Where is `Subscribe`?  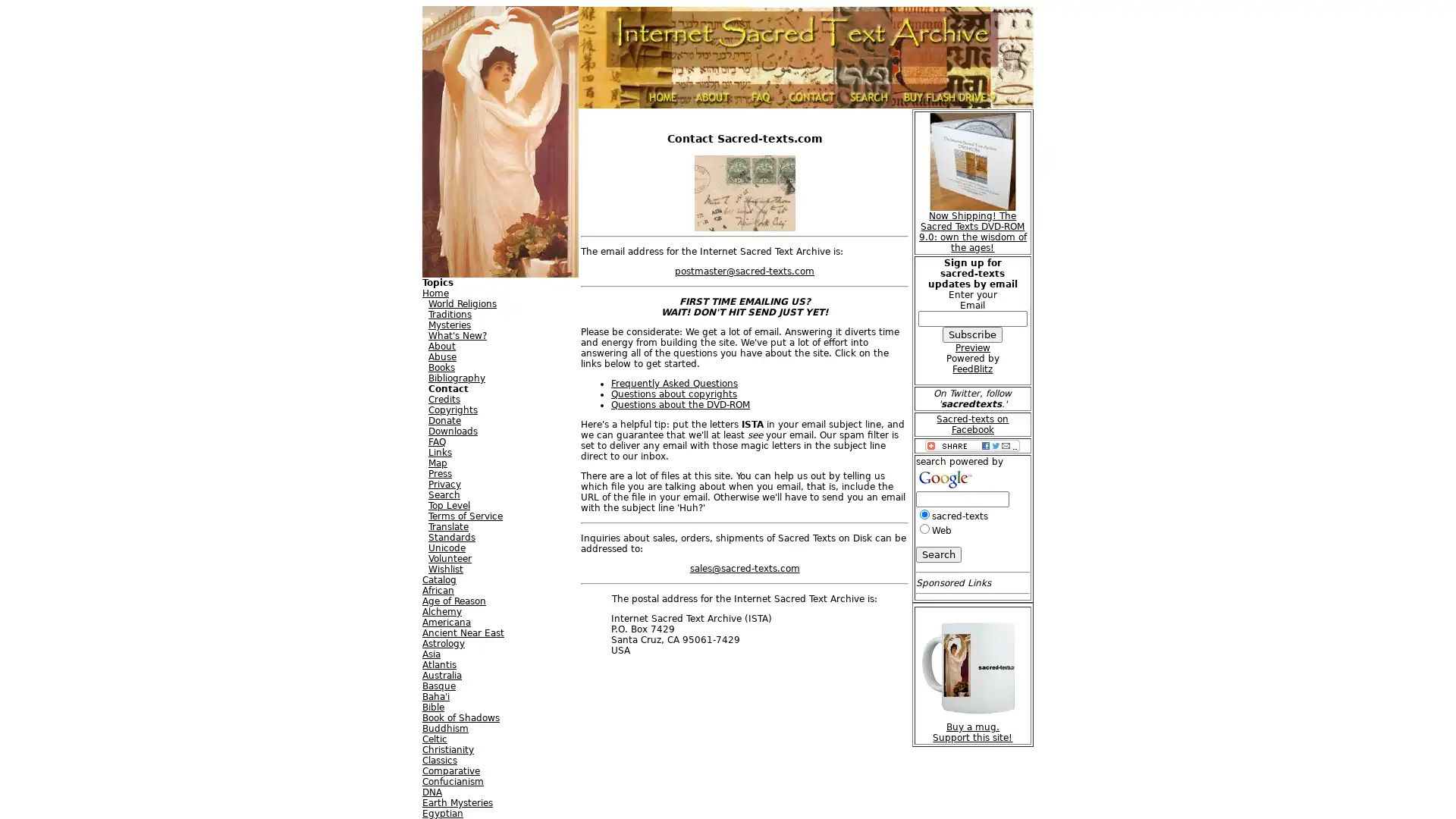 Subscribe is located at coordinates (972, 333).